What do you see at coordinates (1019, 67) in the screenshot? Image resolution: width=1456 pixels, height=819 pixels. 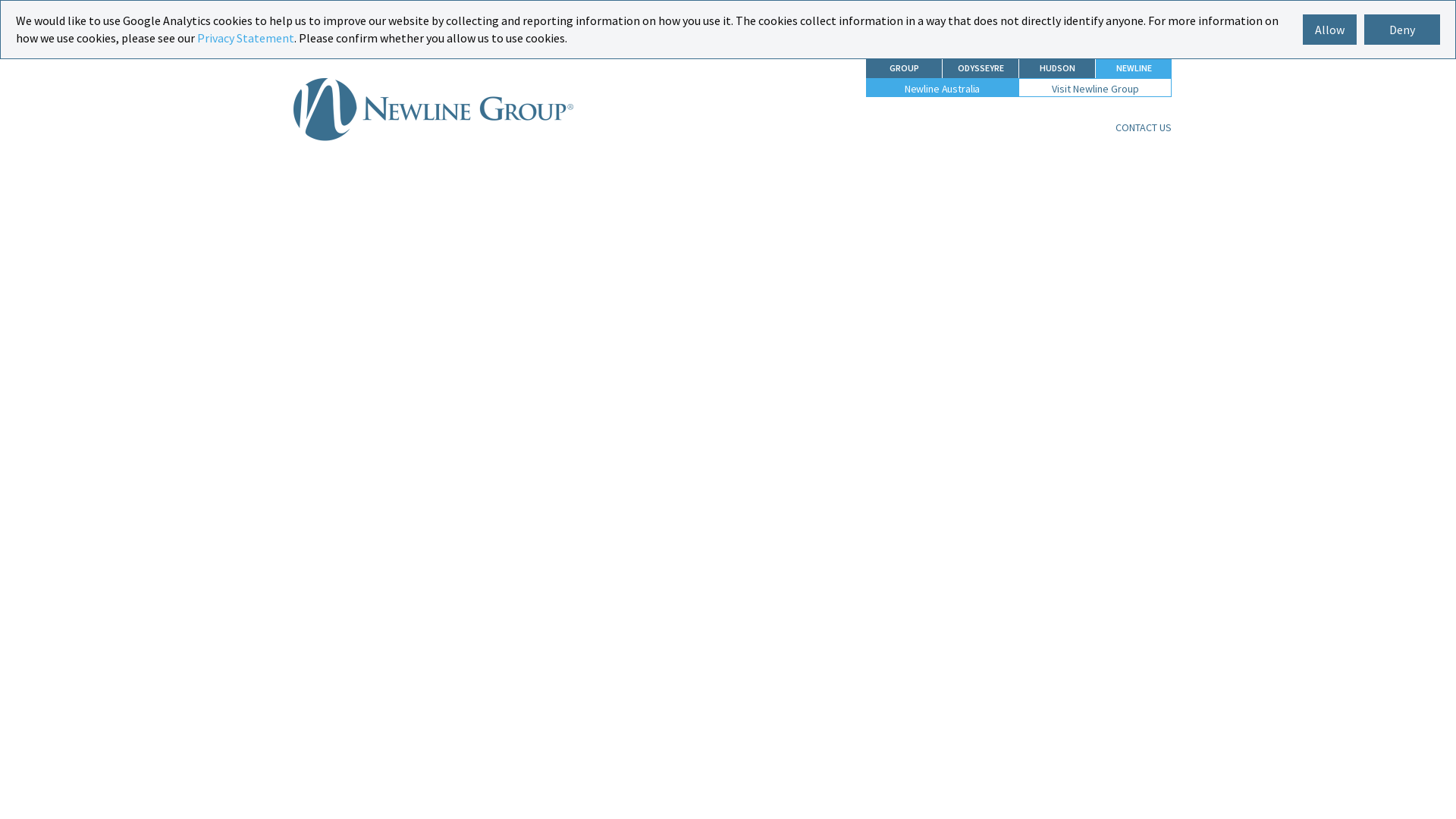 I see `'HUDSON'` at bounding box center [1019, 67].